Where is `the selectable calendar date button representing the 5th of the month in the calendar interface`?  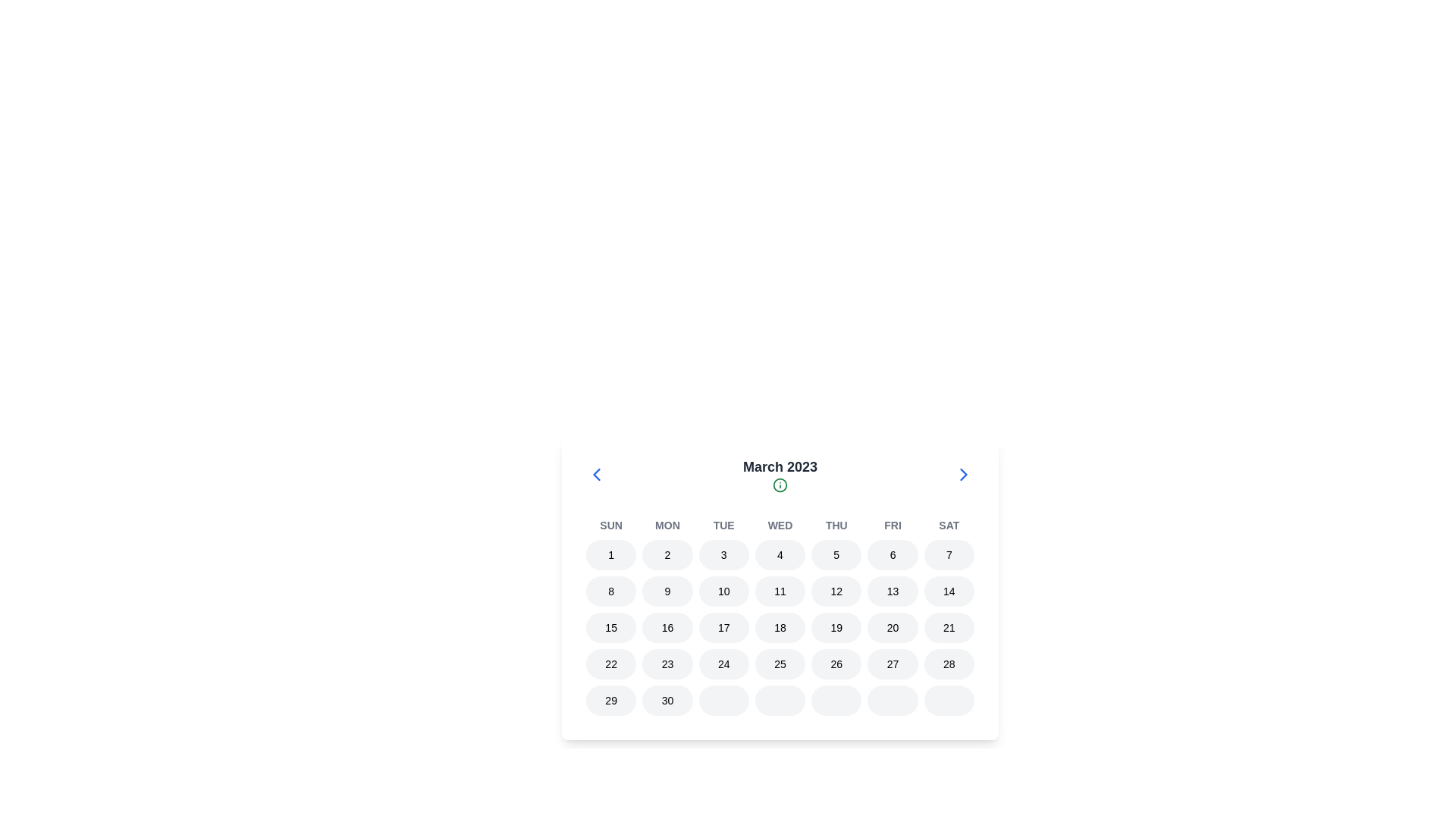 the selectable calendar date button representing the 5th of the month in the calendar interface is located at coordinates (836, 555).